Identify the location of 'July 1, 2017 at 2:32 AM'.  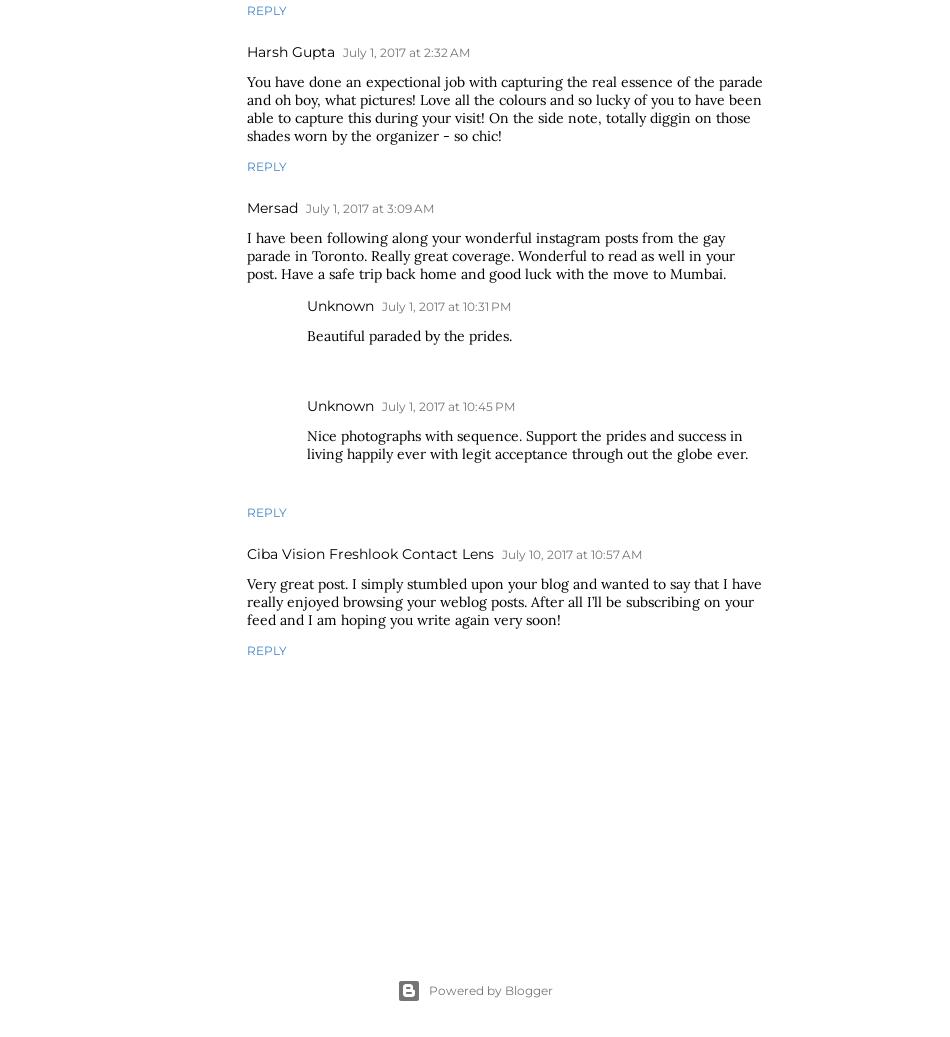
(405, 51).